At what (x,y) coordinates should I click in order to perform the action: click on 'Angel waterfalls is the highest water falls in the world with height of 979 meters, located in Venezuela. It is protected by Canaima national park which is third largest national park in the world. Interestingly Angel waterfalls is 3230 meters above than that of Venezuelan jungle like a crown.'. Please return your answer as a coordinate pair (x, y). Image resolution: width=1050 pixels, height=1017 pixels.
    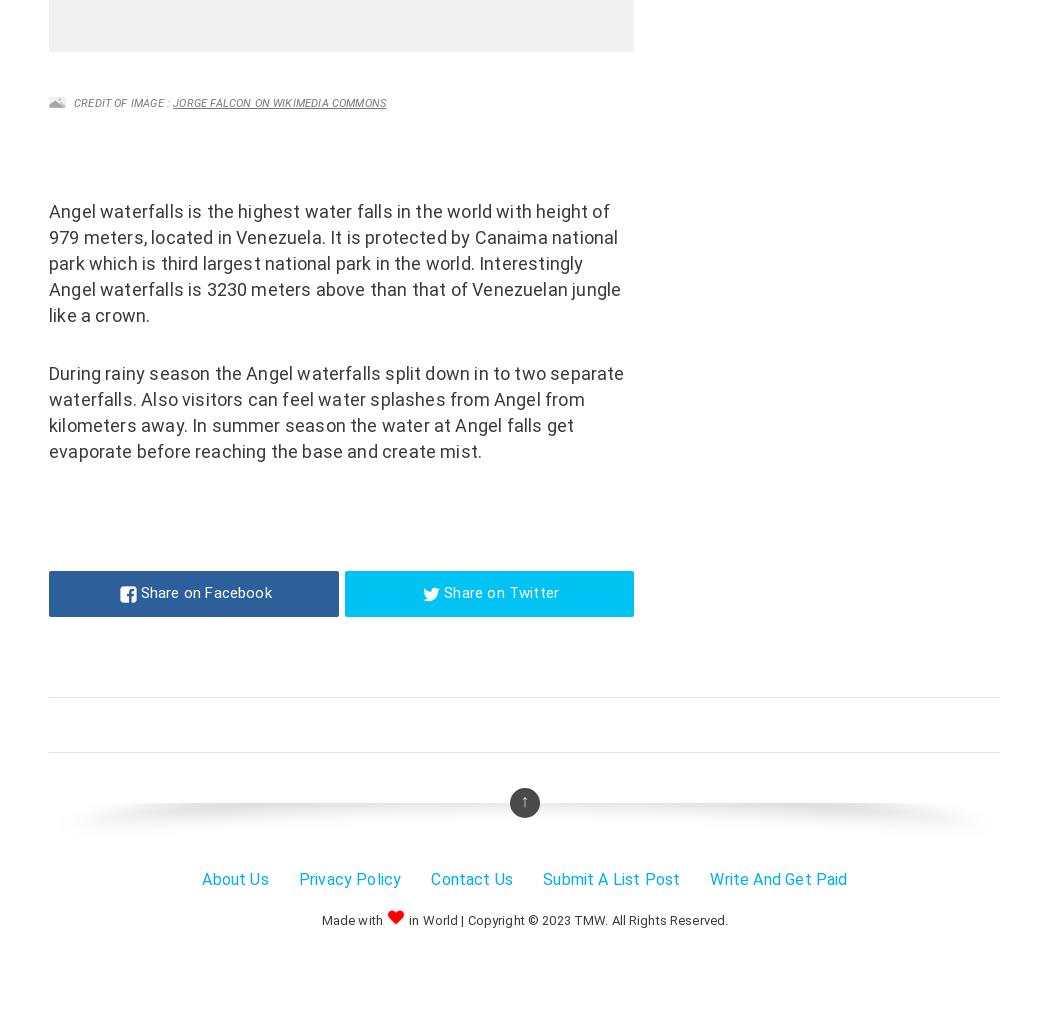
    Looking at the image, I should click on (334, 262).